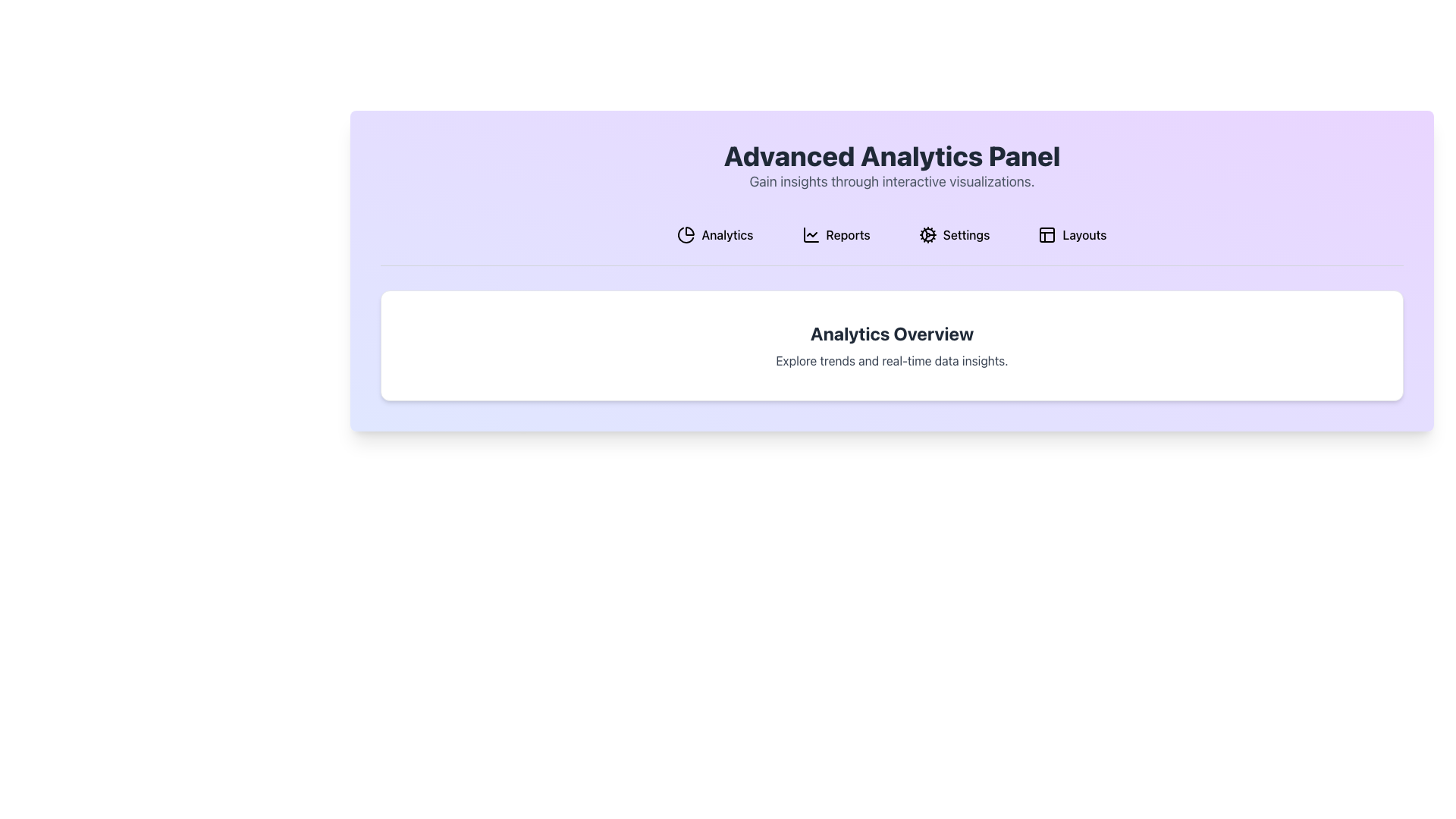  Describe the element at coordinates (892, 345) in the screenshot. I see `text from the Descriptive Text Block titled 'Analytics Overview' which contains insights about trends and real-time data` at that location.